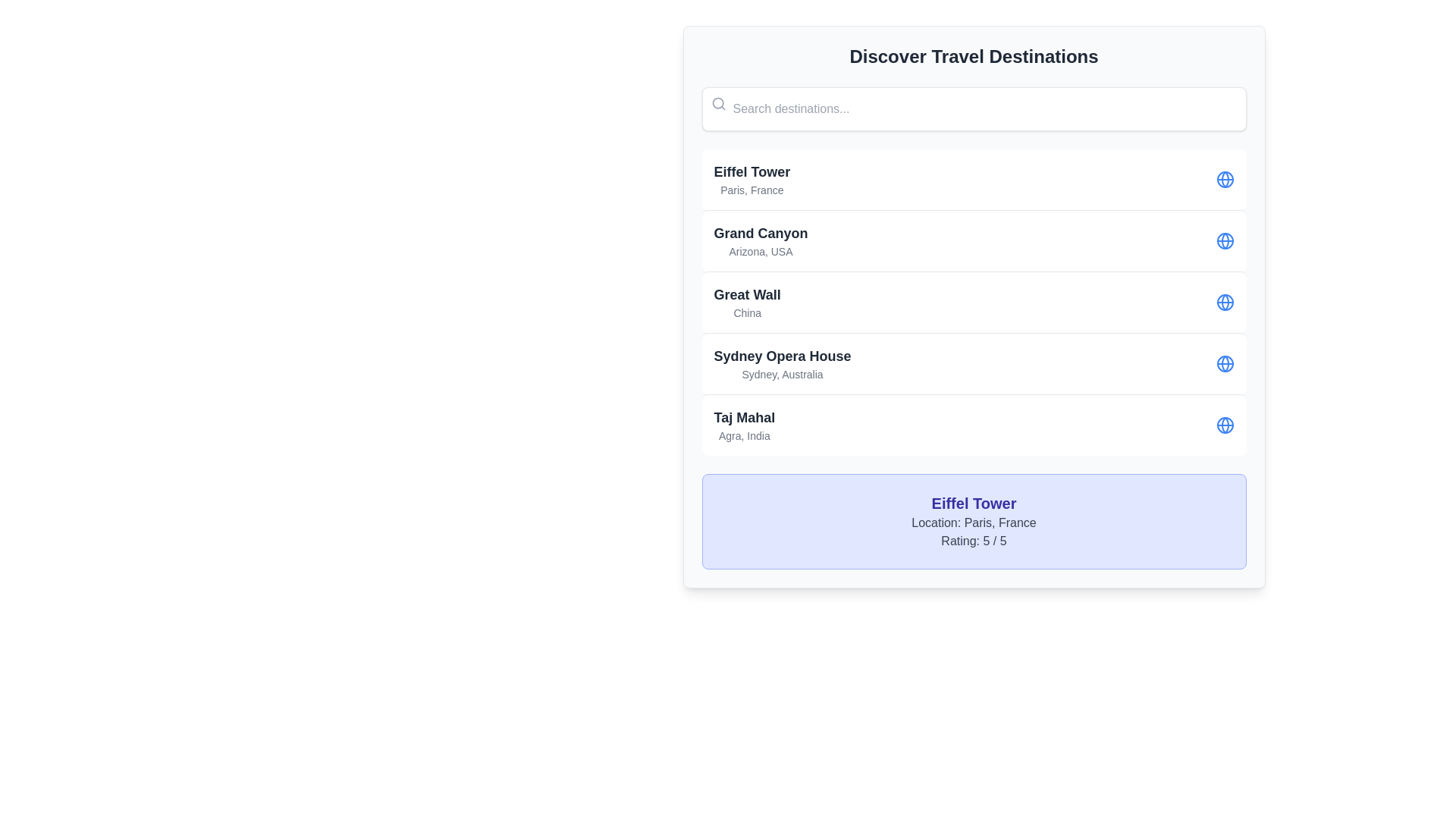 The image size is (1456, 819). I want to click on the central SVG circle element of the 'globe' icon next to the 'Grand Canyon' entry in the travel destinations interface, so click(1225, 178).